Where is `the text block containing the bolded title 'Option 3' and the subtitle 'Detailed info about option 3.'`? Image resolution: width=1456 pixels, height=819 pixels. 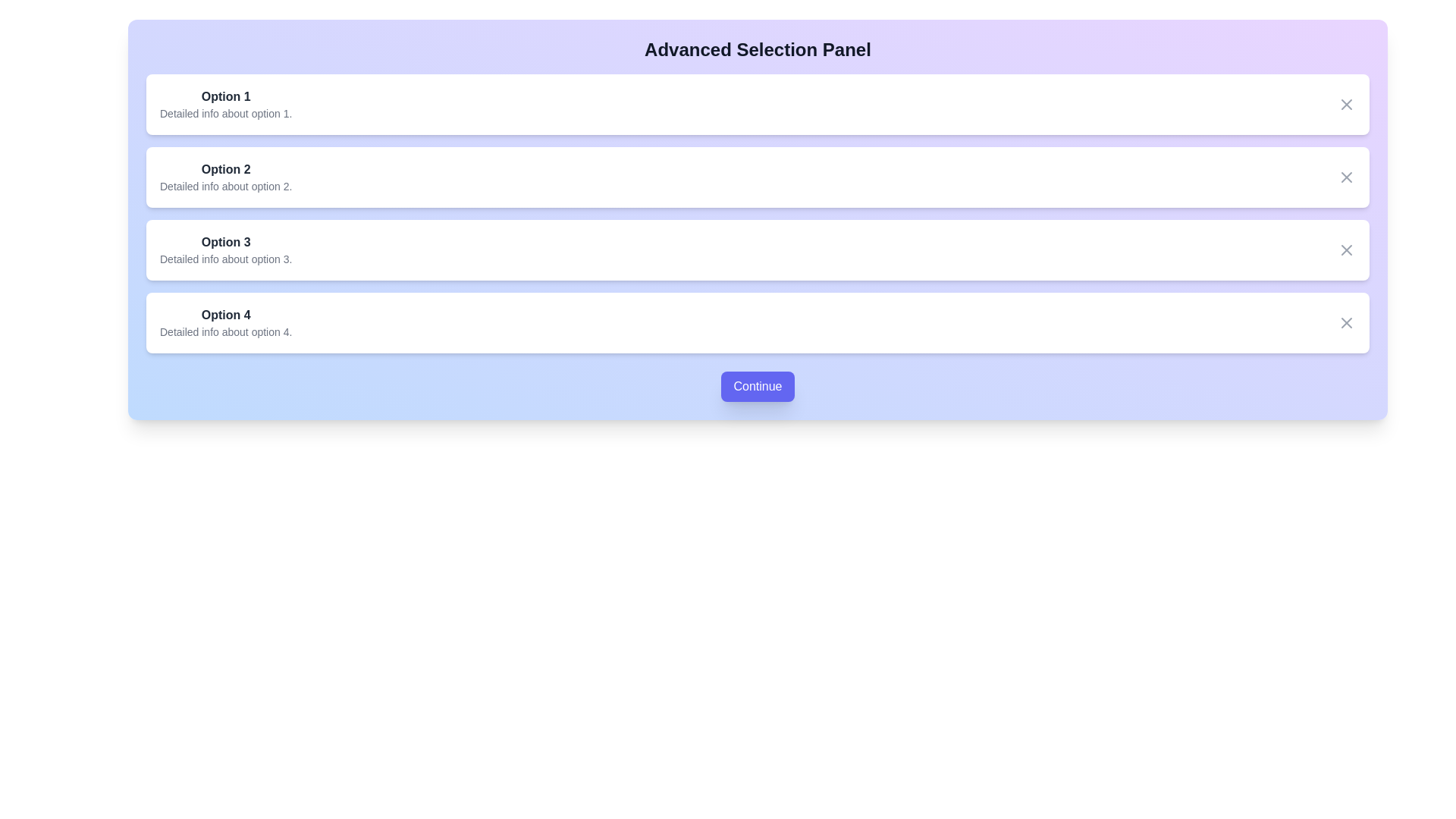 the text block containing the bolded title 'Option 3' and the subtitle 'Detailed info about option 3.' is located at coordinates (225, 249).